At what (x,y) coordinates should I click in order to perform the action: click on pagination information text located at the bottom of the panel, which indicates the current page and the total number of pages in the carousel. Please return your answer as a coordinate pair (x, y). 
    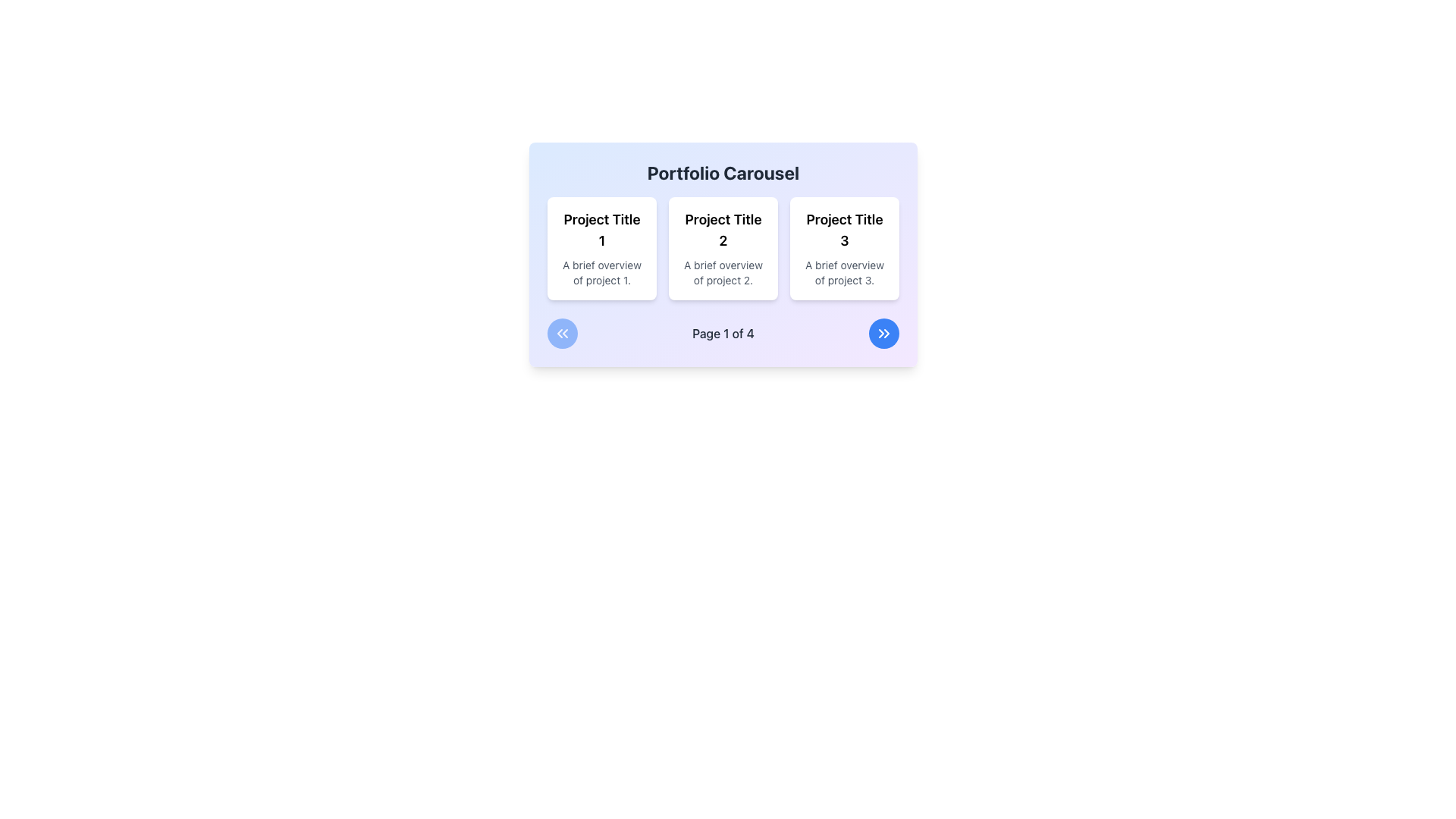
    Looking at the image, I should click on (723, 332).